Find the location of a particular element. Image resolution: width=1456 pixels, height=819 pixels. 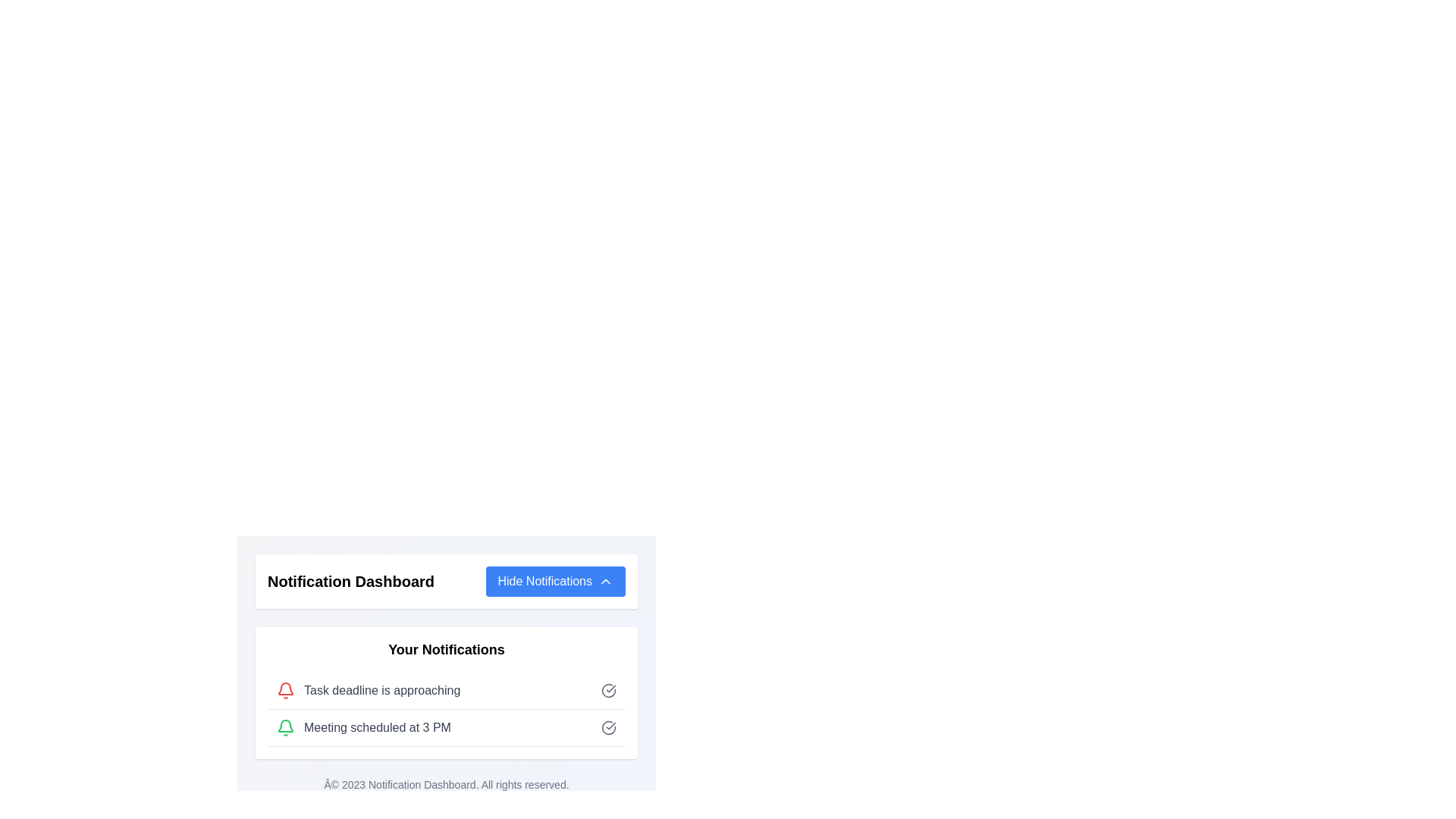

the green bell icon located in the notification section, positioned to the left of the text 'Meeting scheduled at 3 PM' is located at coordinates (286, 727).